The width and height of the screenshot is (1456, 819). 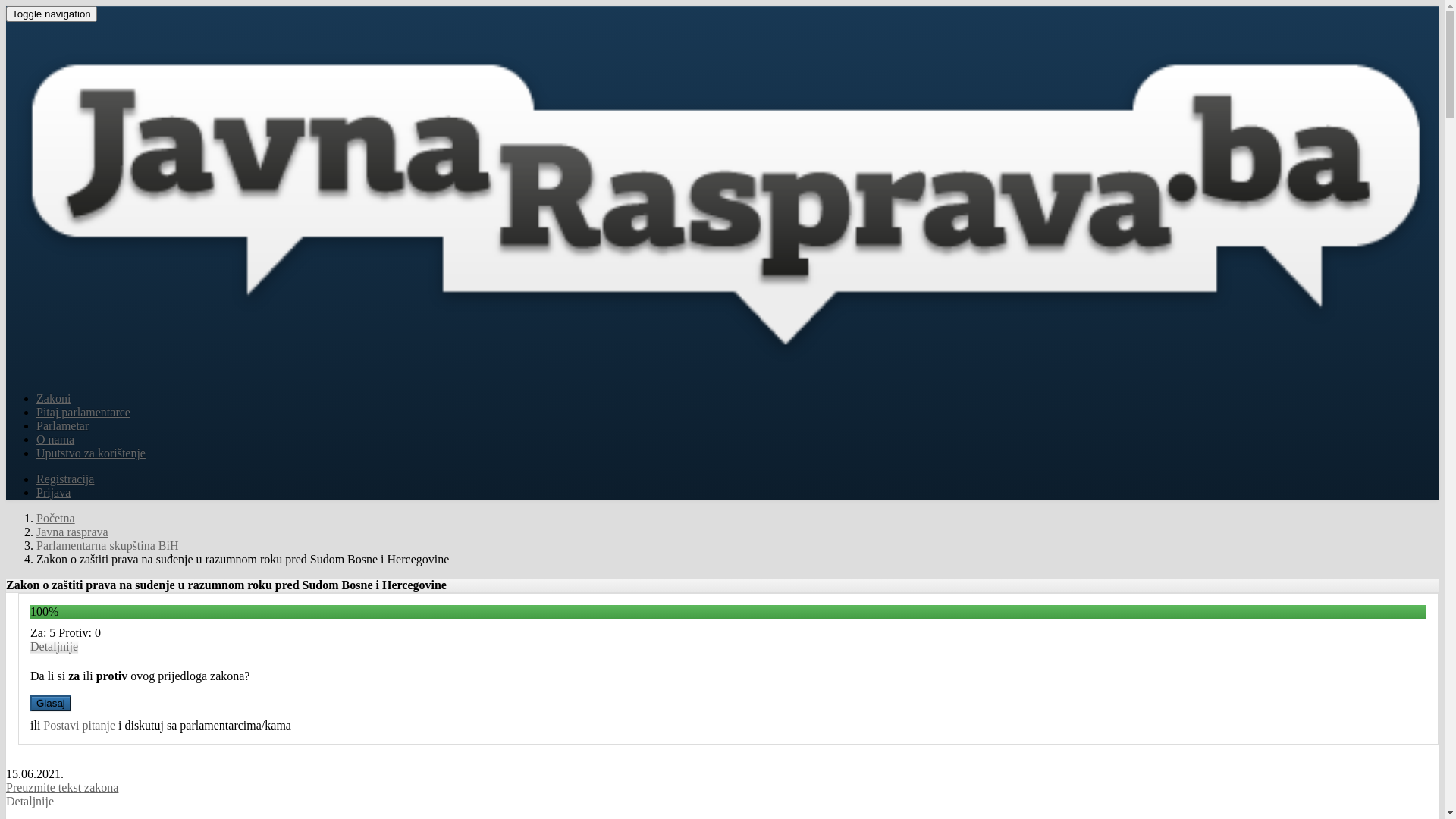 I want to click on 'Javna rasprava', so click(x=71, y=531).